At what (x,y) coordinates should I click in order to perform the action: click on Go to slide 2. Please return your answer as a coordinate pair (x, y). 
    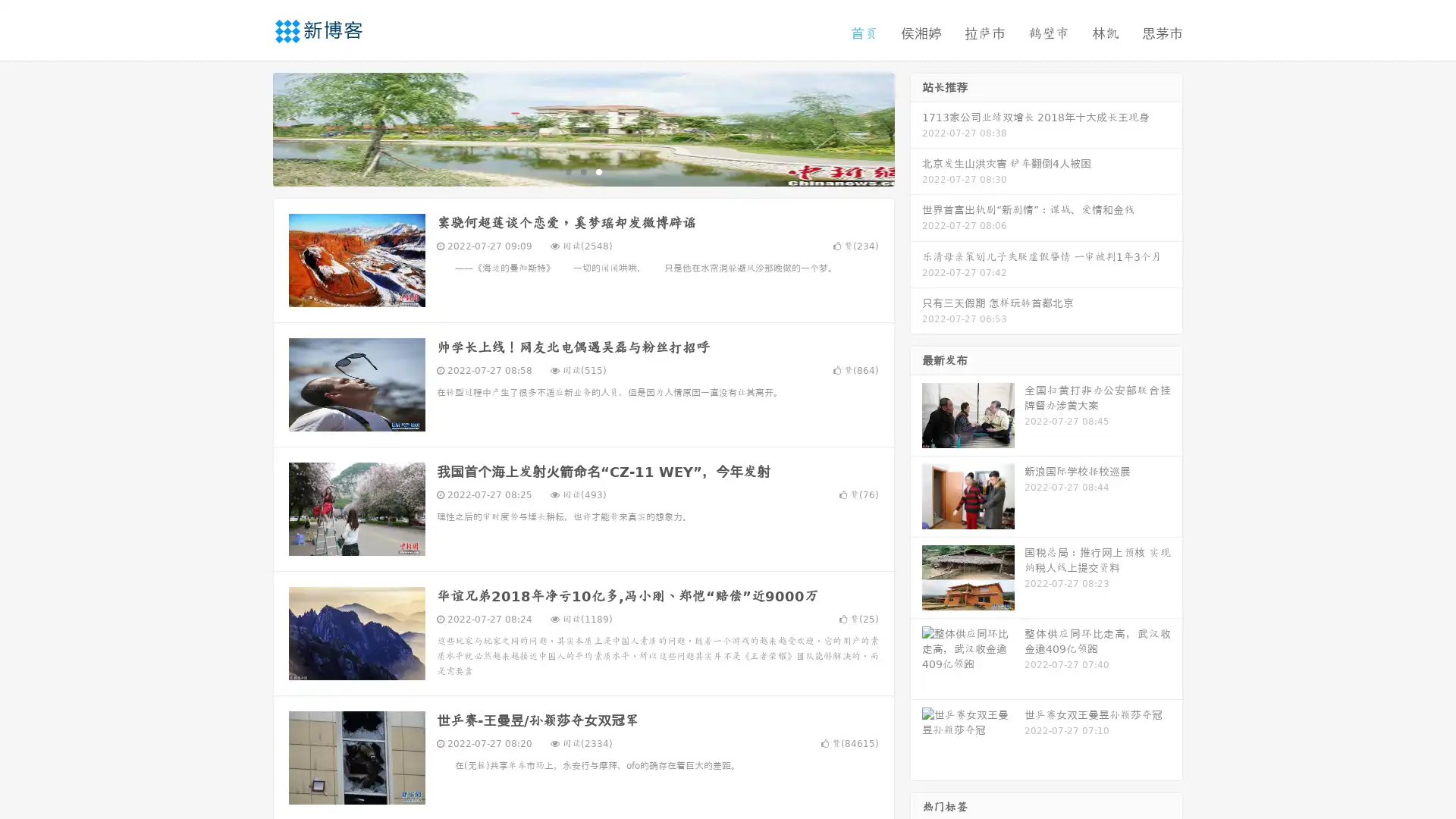
    Looking at the image, I should click on (582, 171).